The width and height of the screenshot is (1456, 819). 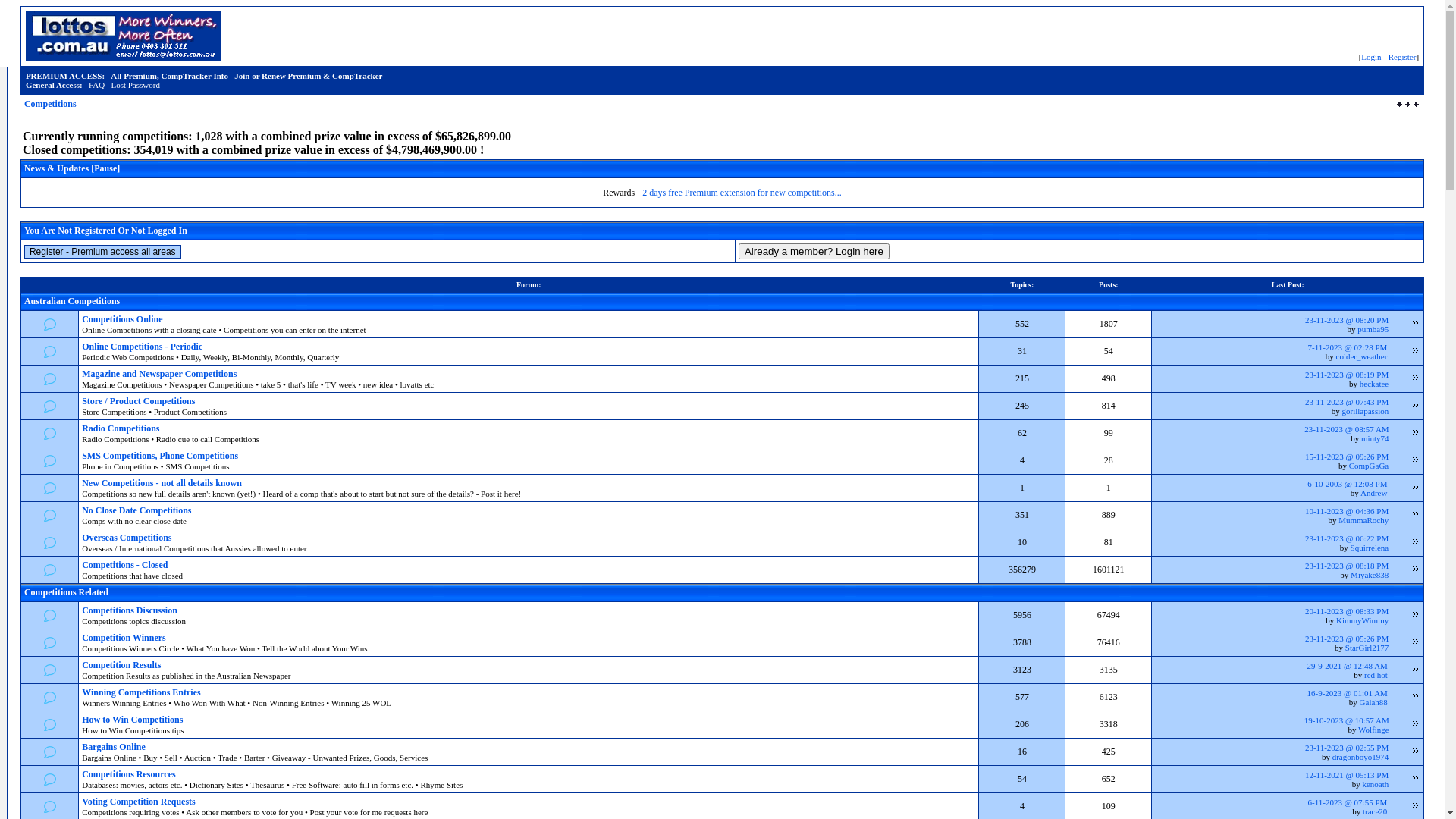 I want to click on 'KimmyWimmy', so click(x=1335, y=620).